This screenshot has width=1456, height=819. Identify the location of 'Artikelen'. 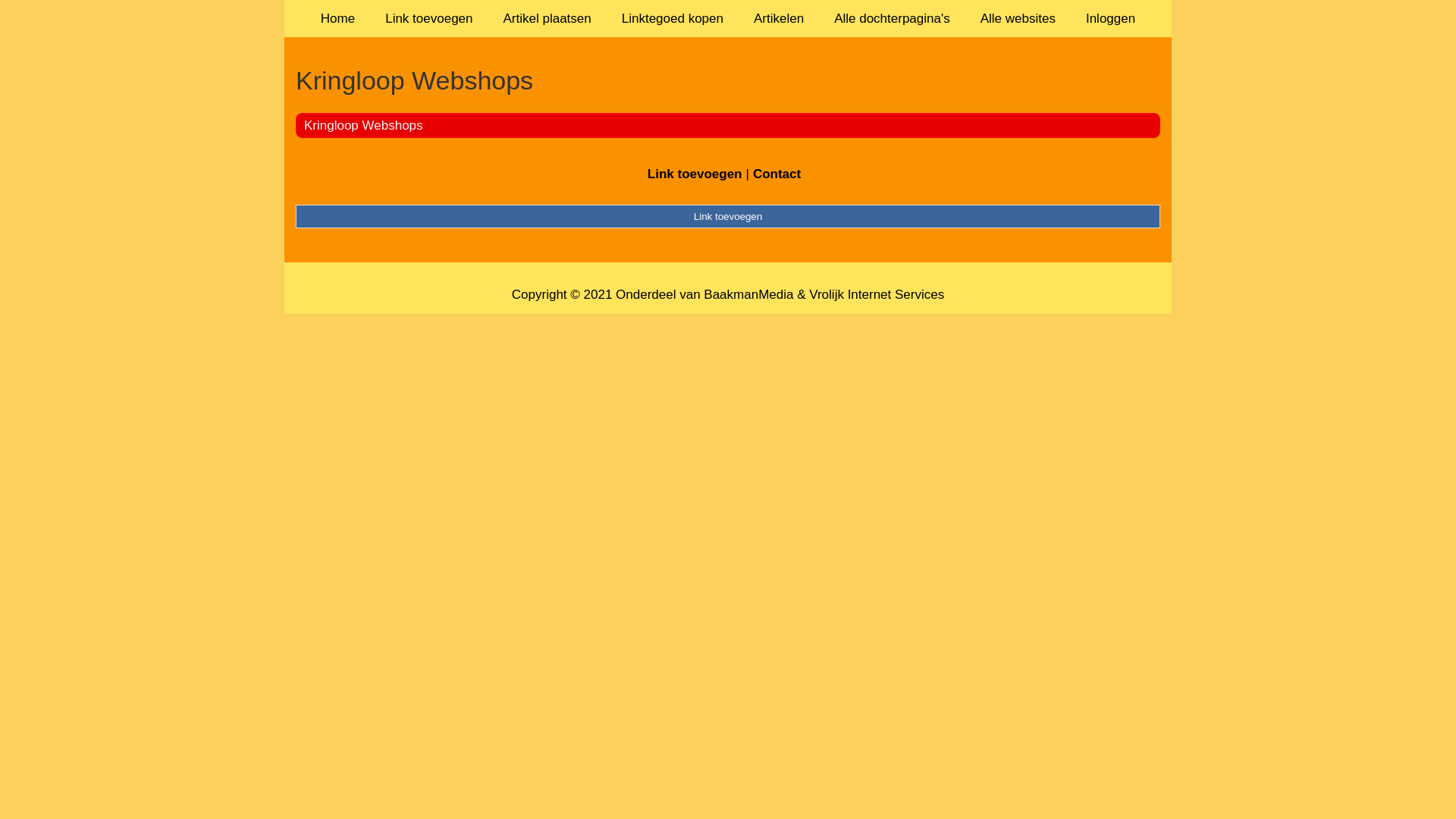
(779, 18).